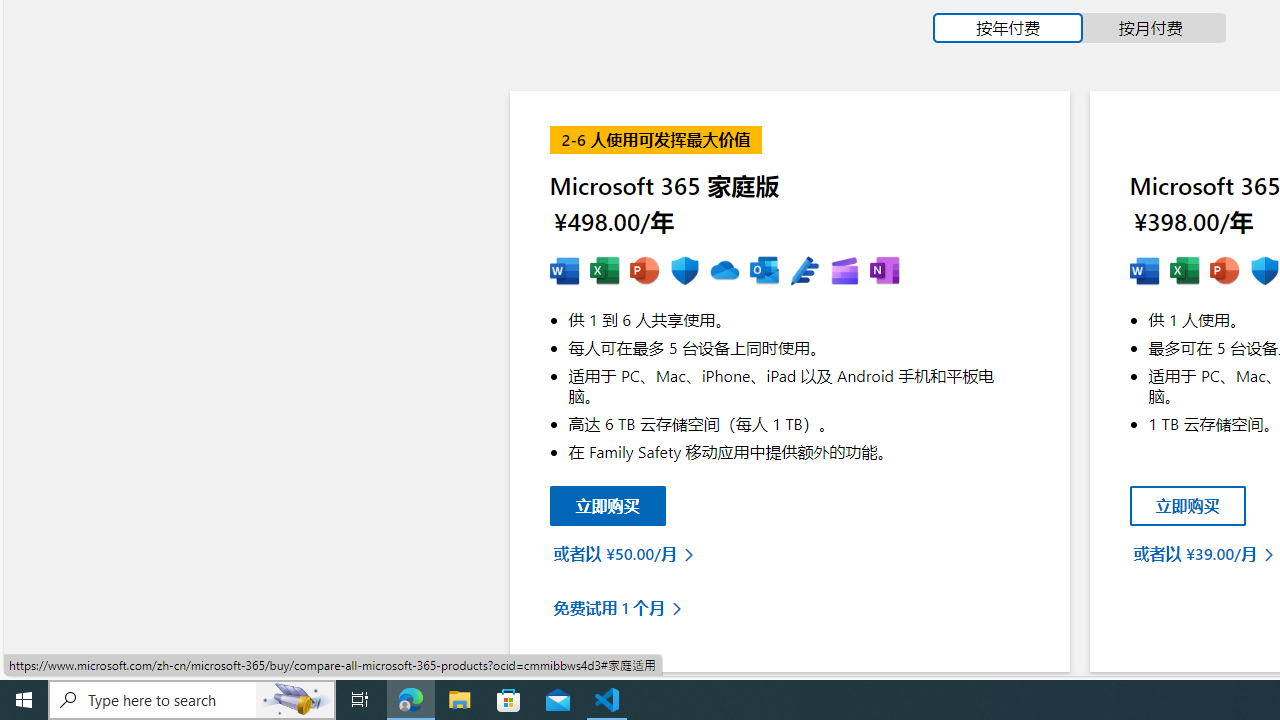 The width and height of the screenshot is (1280, 720). I want to click on 'MS Powerpoint', so click(644, 271).